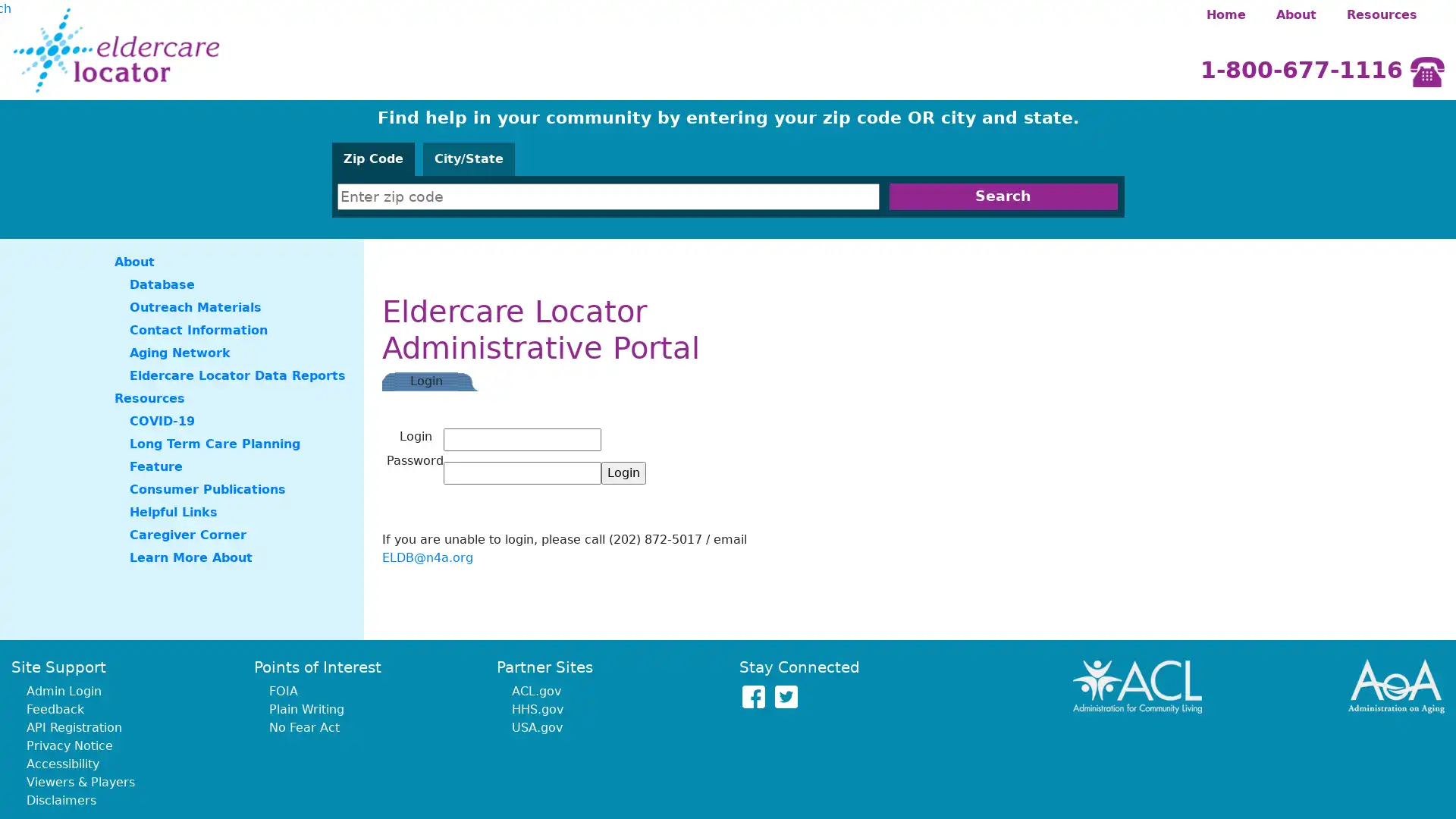  Describe the element at coordinates (623, 472) in the screenshot. I see `Login` at that location.